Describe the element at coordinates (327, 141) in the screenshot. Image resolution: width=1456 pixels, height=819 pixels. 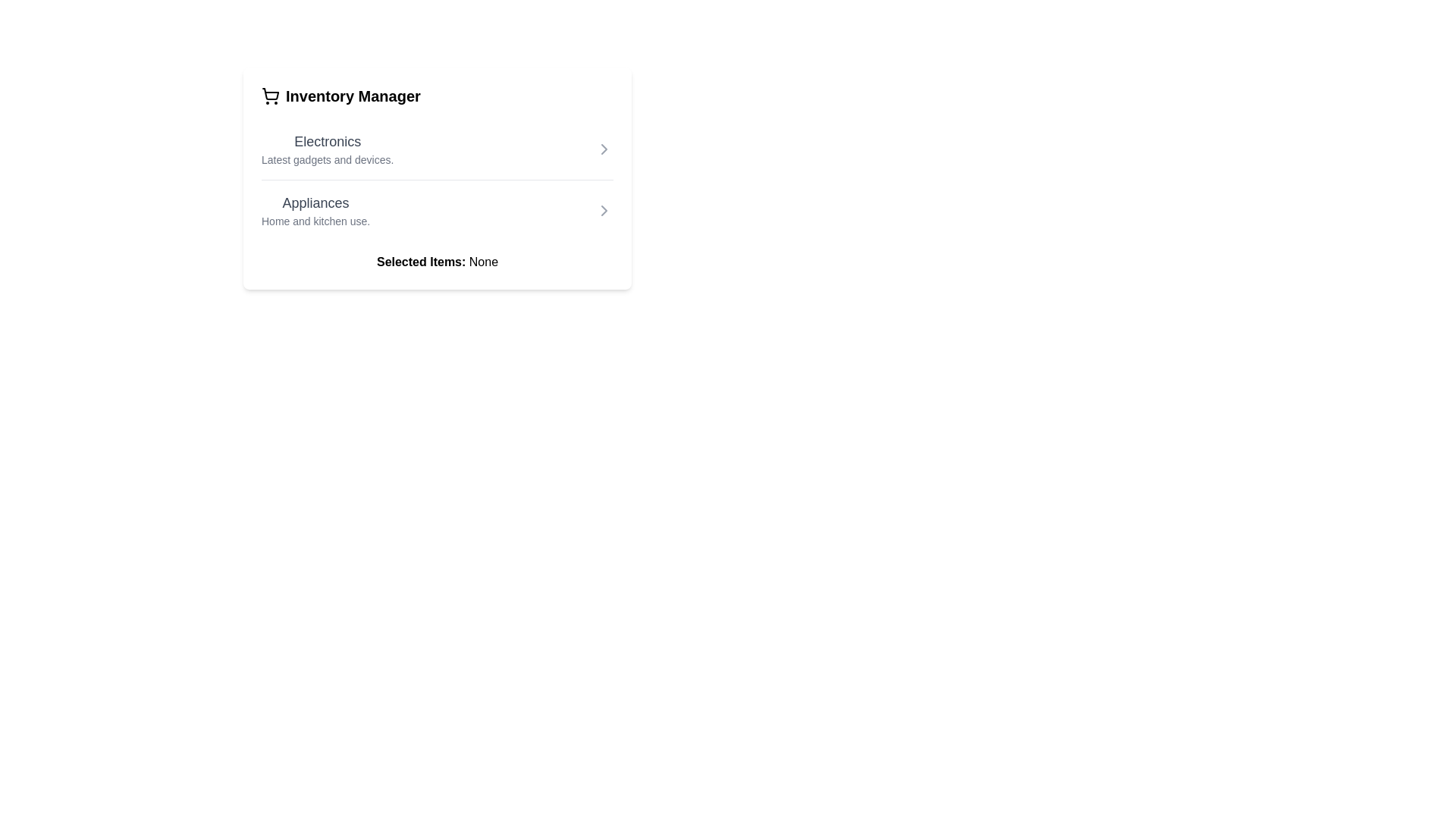
I see `the 'Electronics' text label, which is styled with a larger font size and medium weight, located in the upper section of the 'Inventory Manager' card` at that location.